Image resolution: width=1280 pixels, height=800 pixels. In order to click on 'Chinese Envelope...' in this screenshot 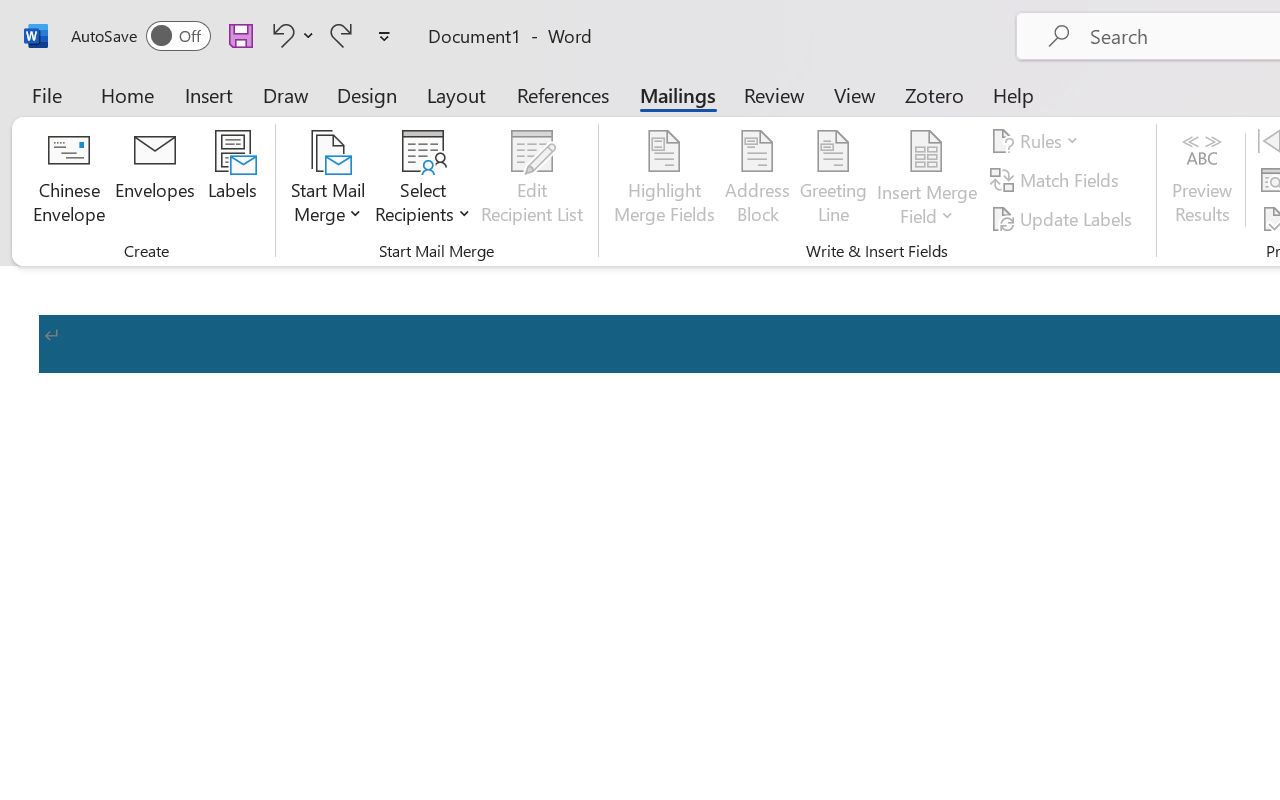, I will do `click(69, 179)`.